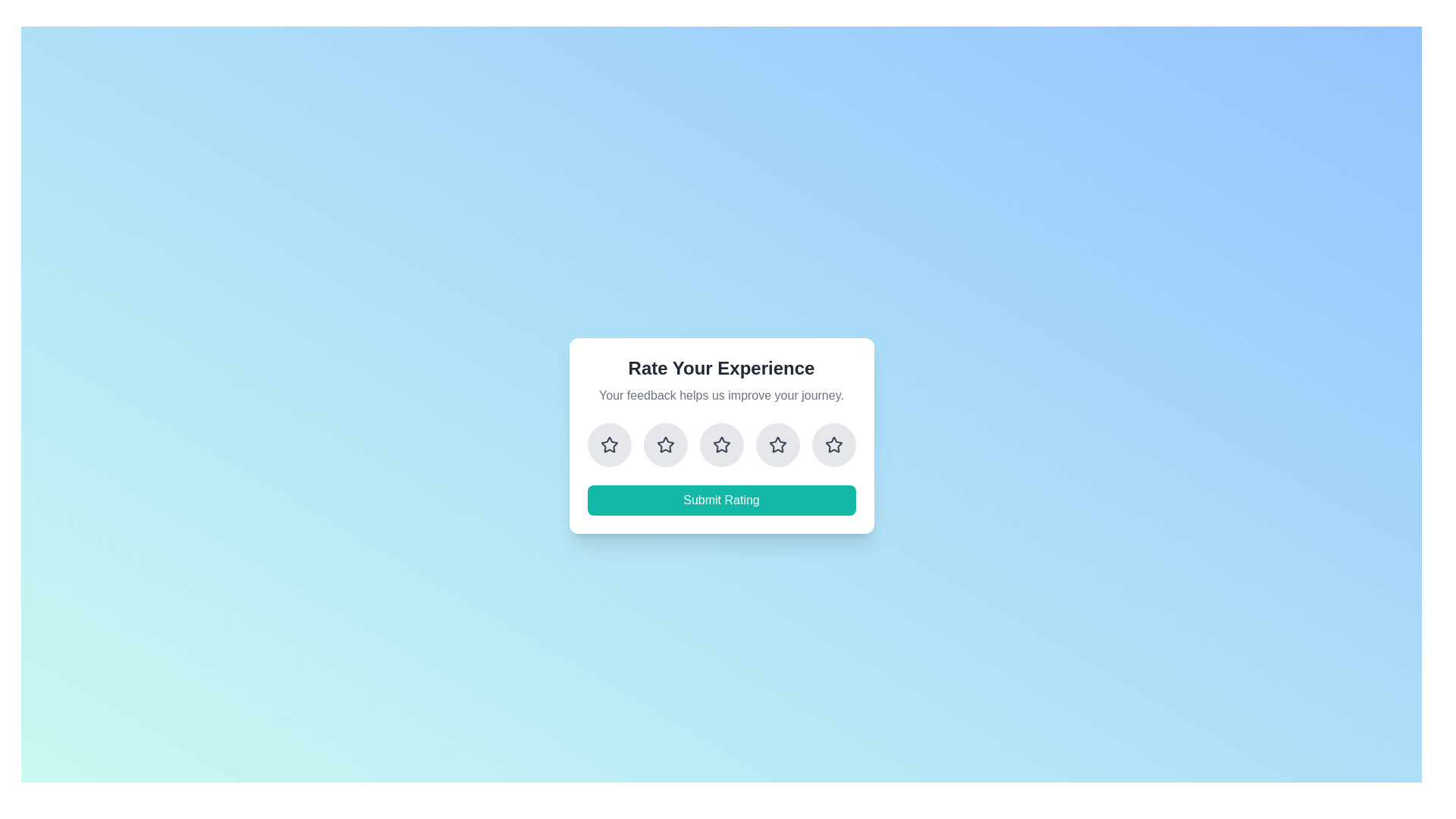  Describe the element at coordinates (609, 444) in the screenshot. I see `the rating button corresponding to 1` at that location.